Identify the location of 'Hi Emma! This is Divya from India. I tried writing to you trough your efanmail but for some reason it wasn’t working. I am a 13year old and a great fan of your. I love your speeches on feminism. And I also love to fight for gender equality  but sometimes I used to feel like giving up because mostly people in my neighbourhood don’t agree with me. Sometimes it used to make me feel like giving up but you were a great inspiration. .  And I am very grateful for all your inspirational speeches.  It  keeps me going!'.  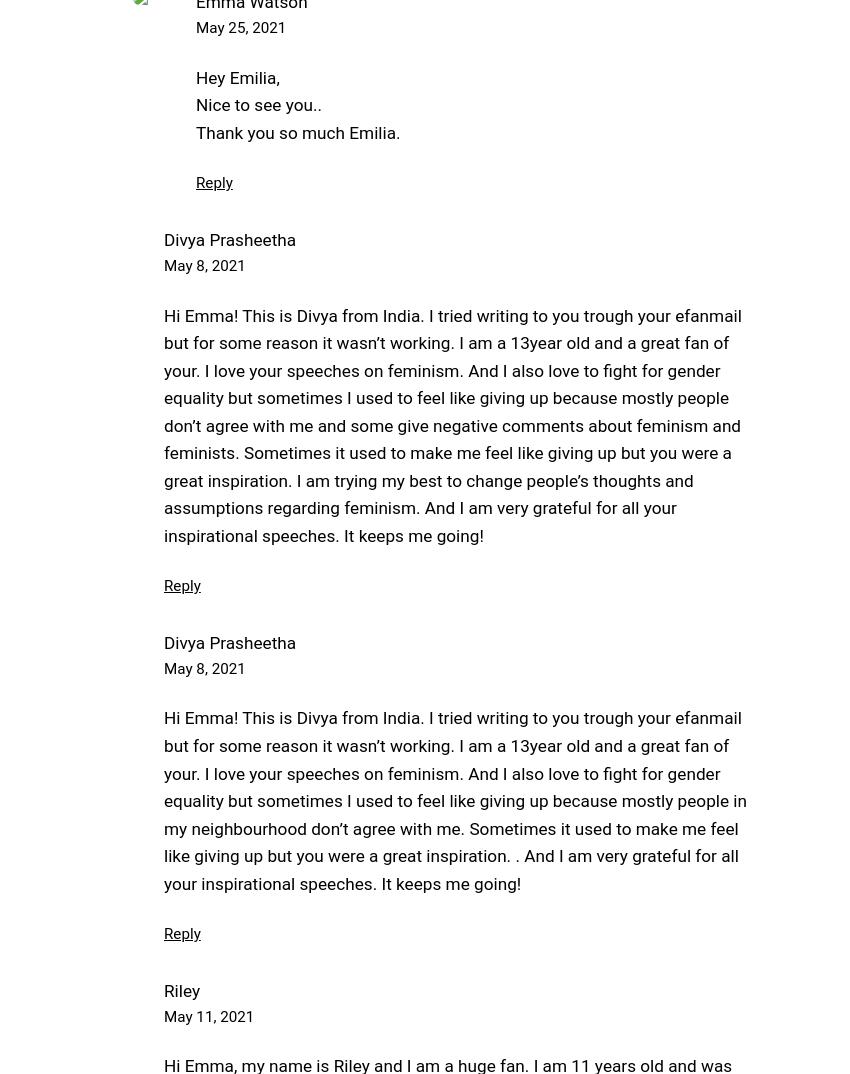
(454, 799).